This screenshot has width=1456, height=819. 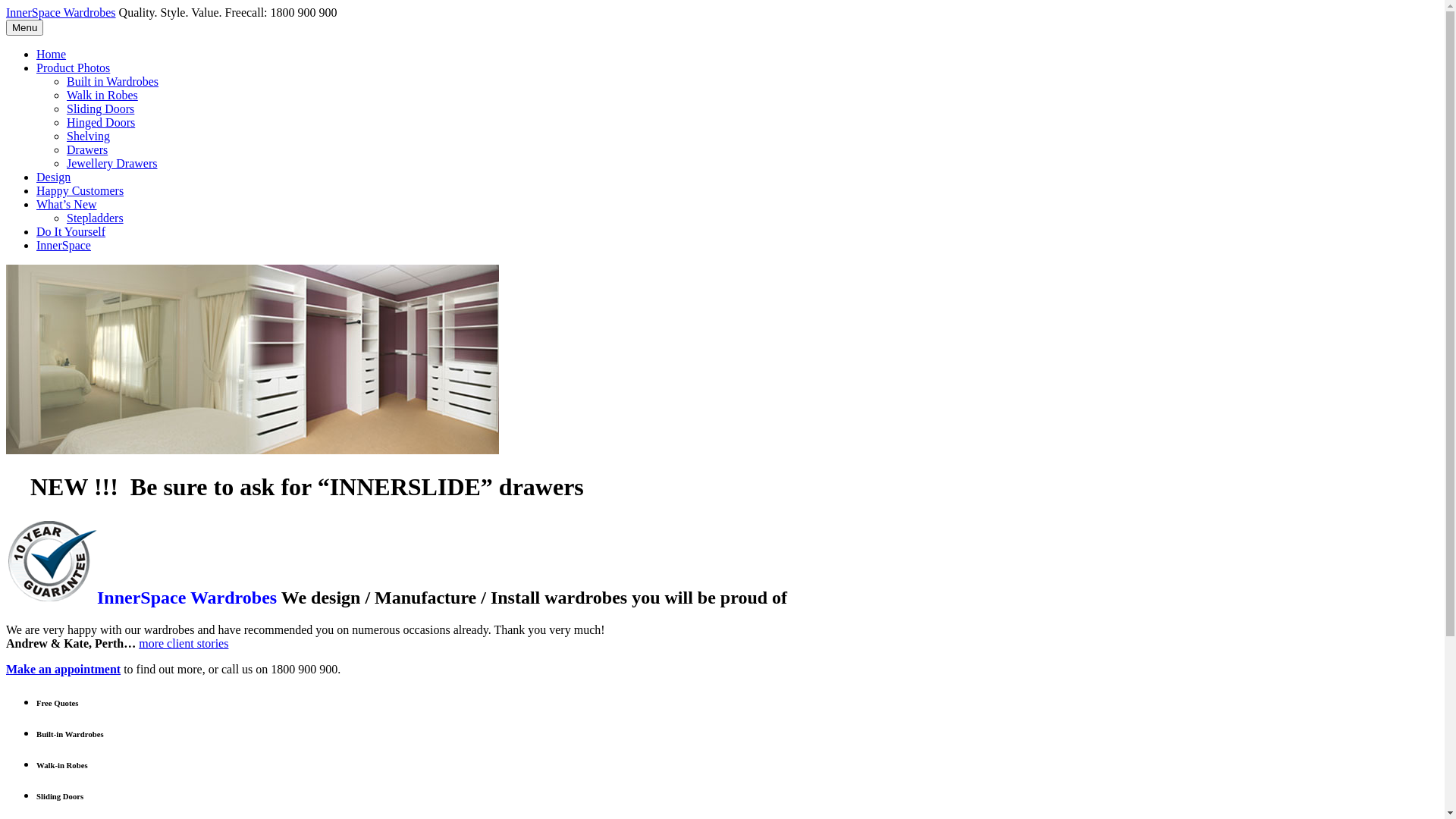 I want to click on 'Product Photos', so click(x=72, y=67).